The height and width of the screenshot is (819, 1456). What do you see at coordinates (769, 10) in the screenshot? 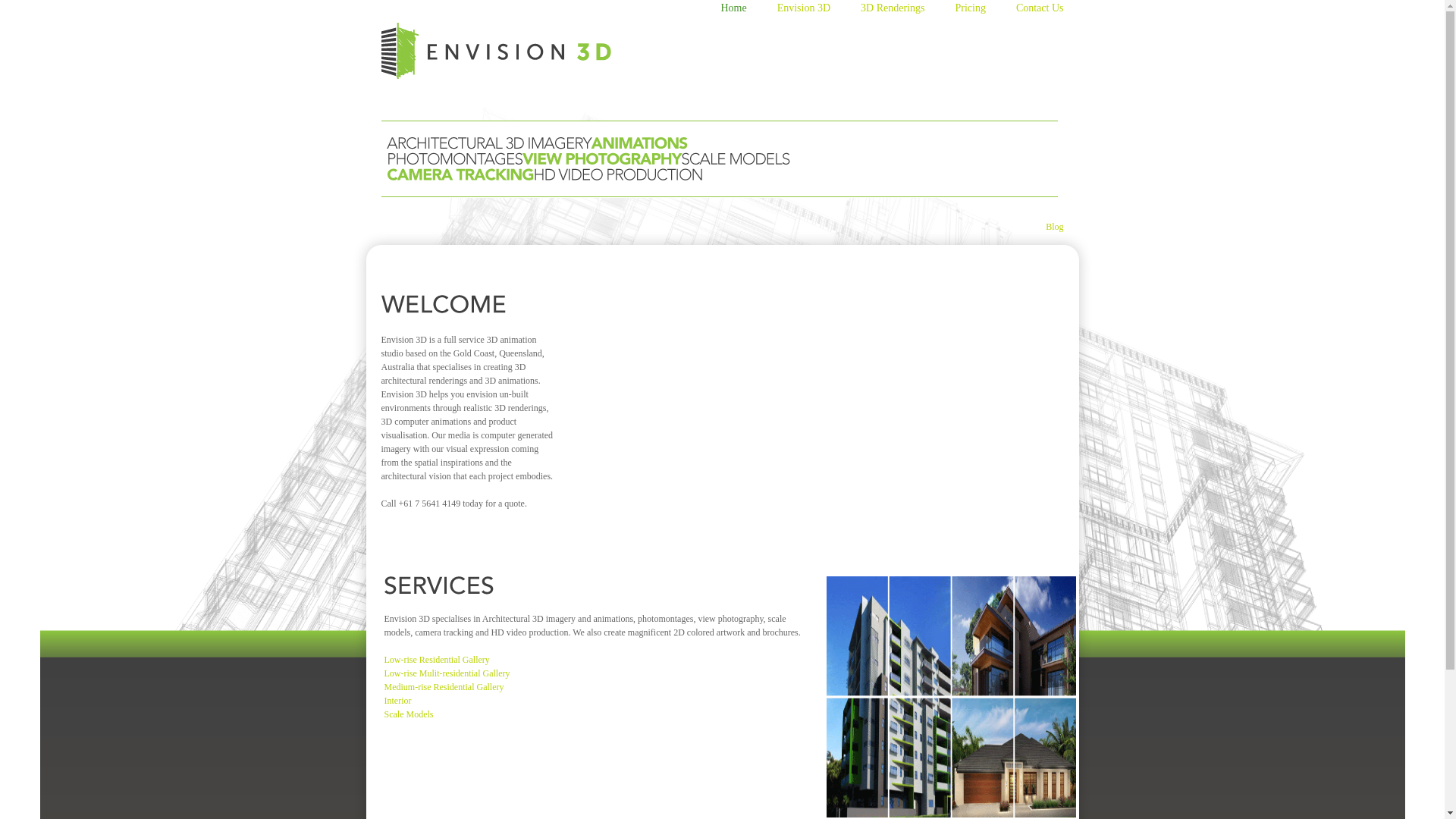
I see `'Envision 3D'` at bounding box center [769, 10].